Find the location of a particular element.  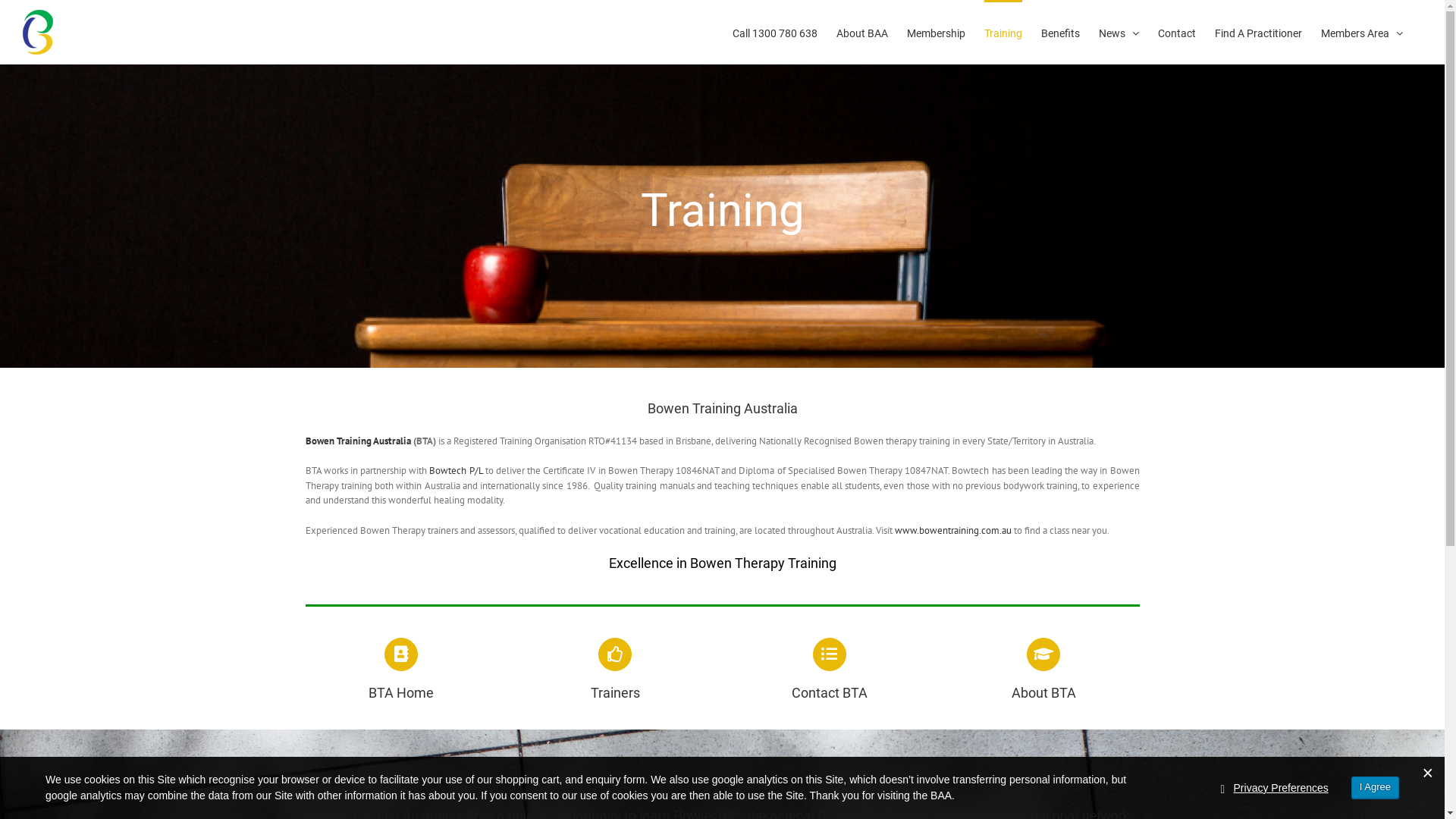

'Find A Practitioner' is located at coordinates (1258, 32).